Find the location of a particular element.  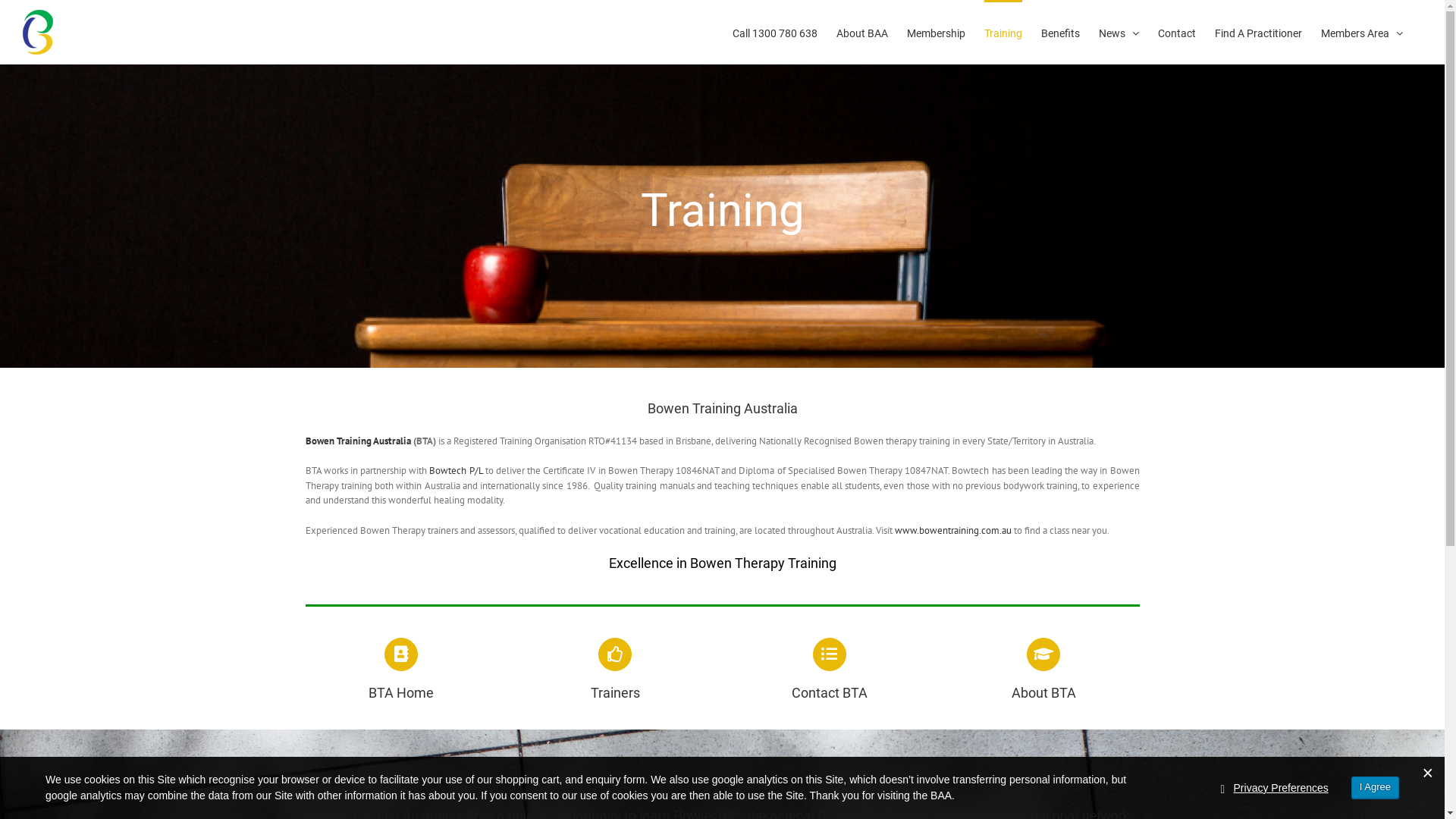

'Find A Practitioner' is located at coordinates (1258, 32).